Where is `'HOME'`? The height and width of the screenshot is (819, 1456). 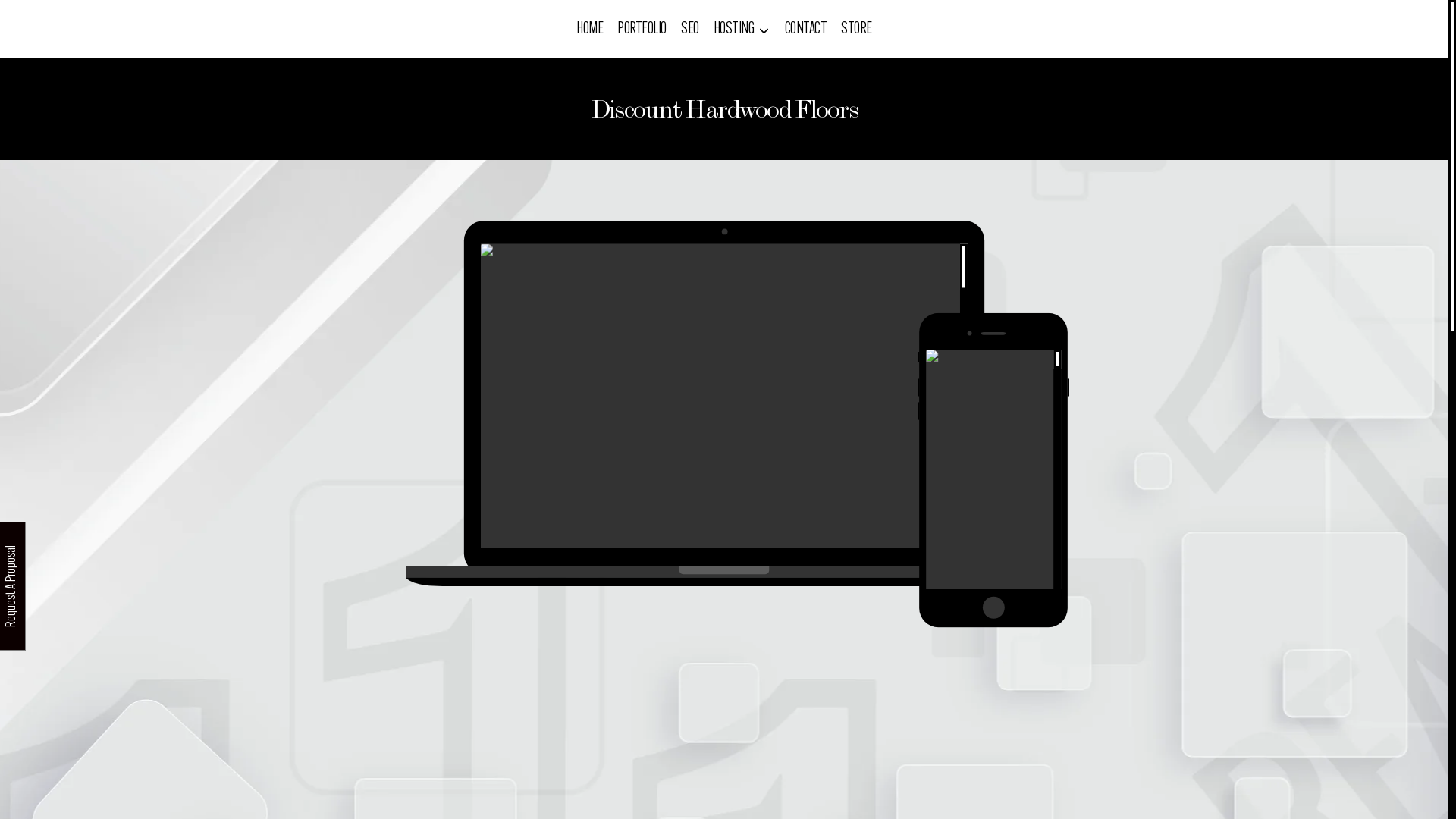 'HOME' is located at coordinates (588, 29).